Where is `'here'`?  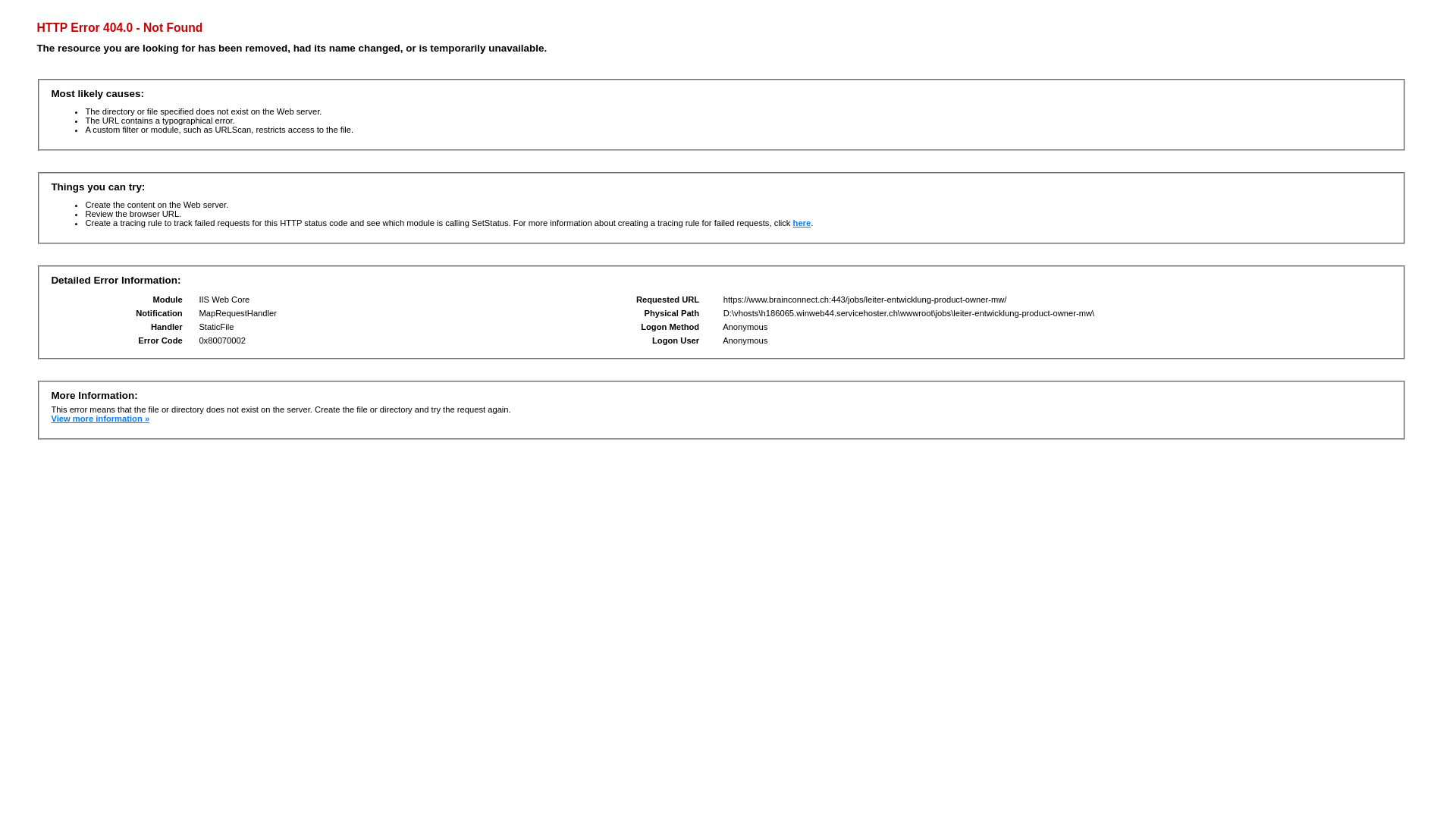
'here' is located at coordinates (801, 222).